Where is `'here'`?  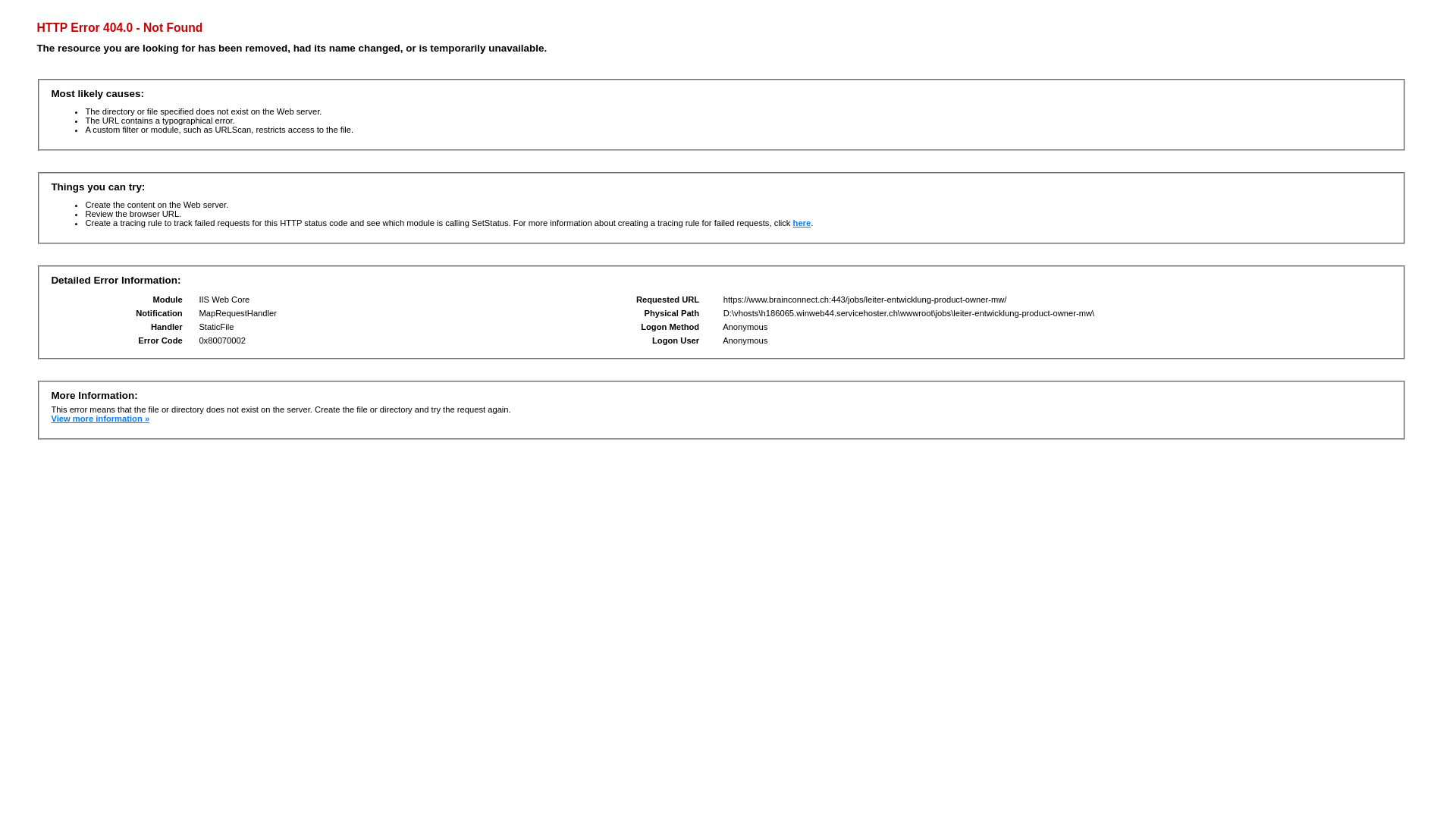
'here' is located at coordinates (801, 222).